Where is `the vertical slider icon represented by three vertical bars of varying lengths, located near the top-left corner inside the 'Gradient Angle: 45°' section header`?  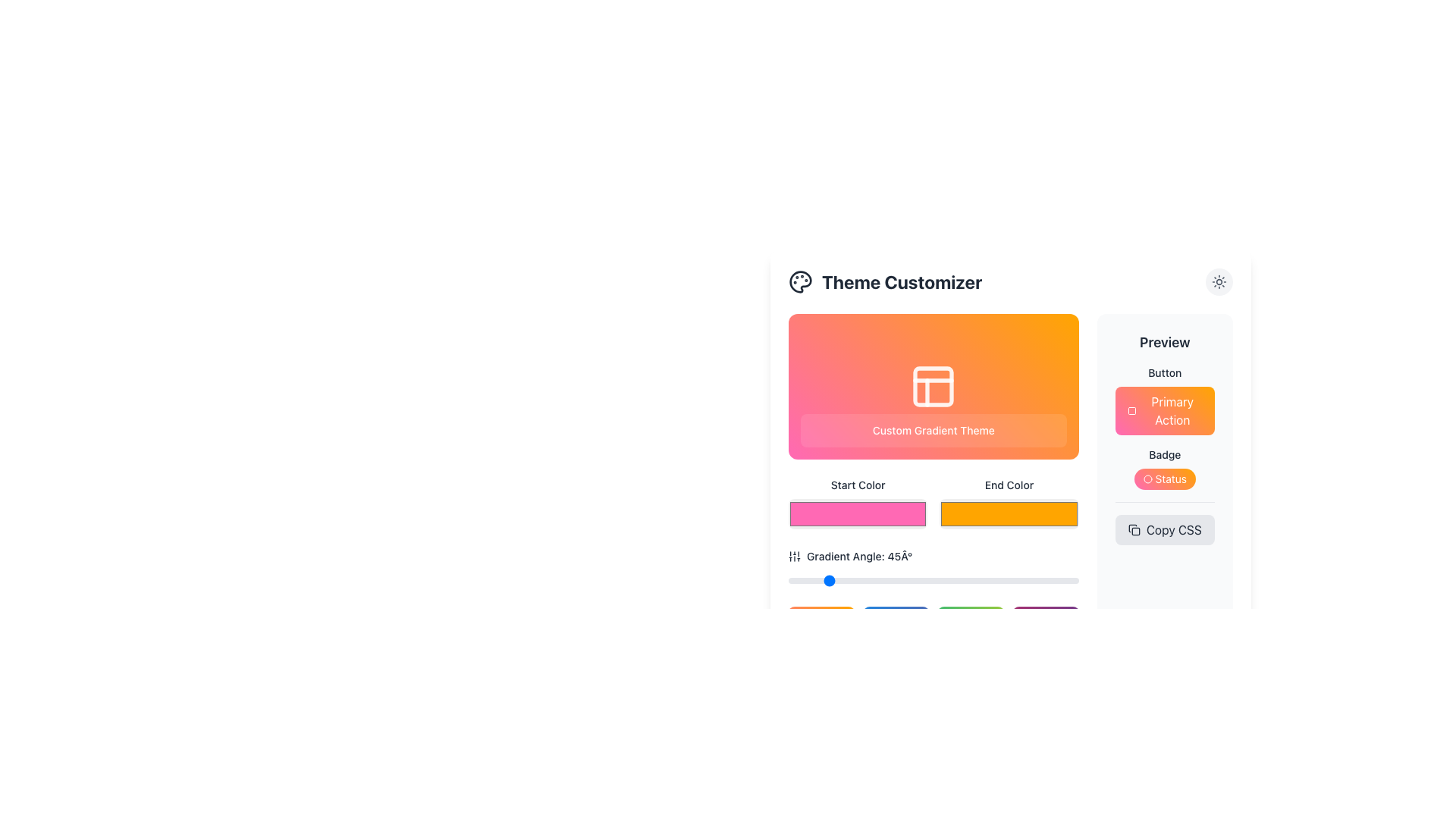 the vertical slider icon represented by three vertical bars of varying lengths, located near the top-left corner inside the 'Gradient Angle: 45°' section header is located at coordinates (793, 556).